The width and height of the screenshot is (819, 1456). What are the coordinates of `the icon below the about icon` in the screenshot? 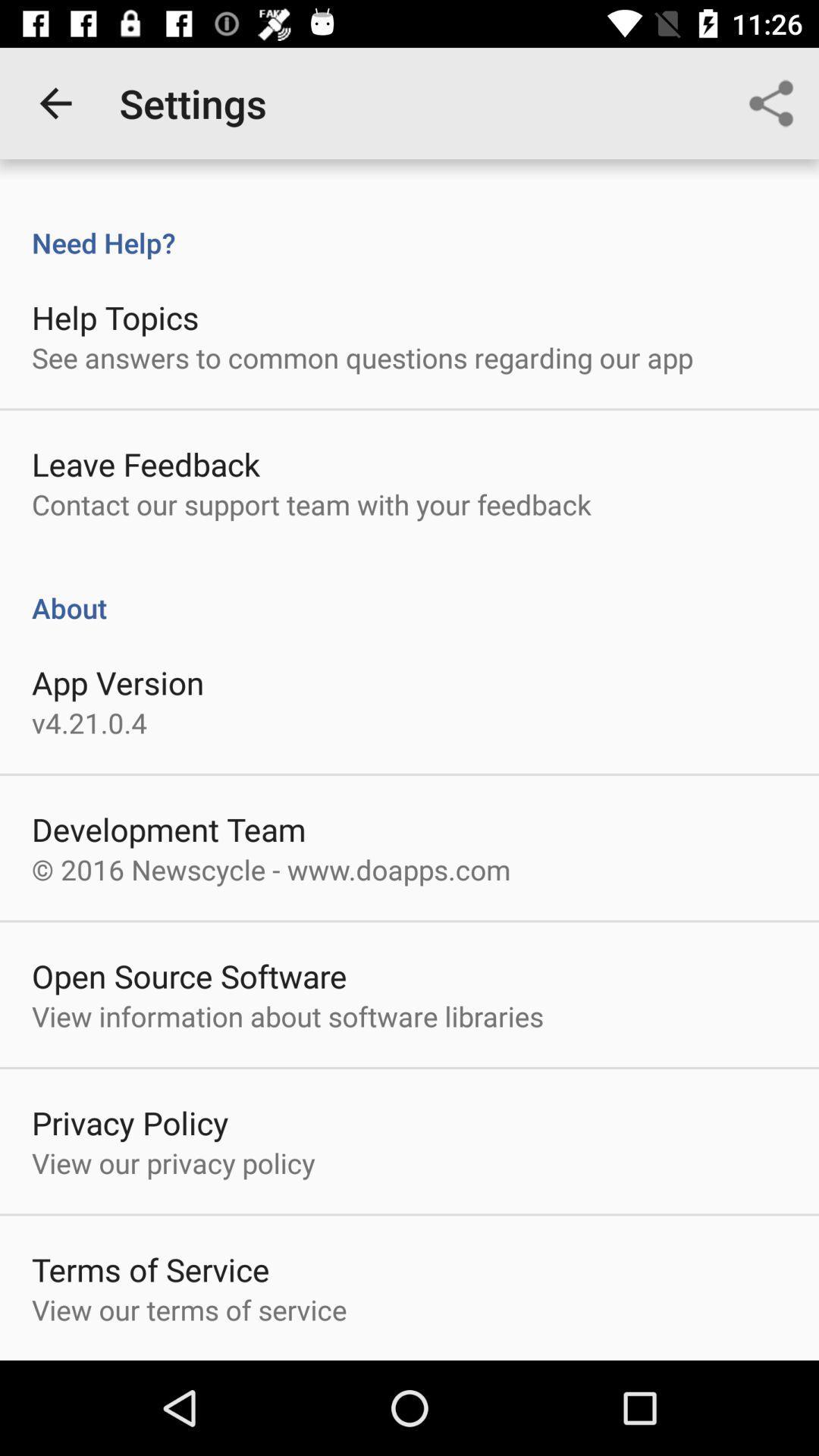 It's located at (117, 682).